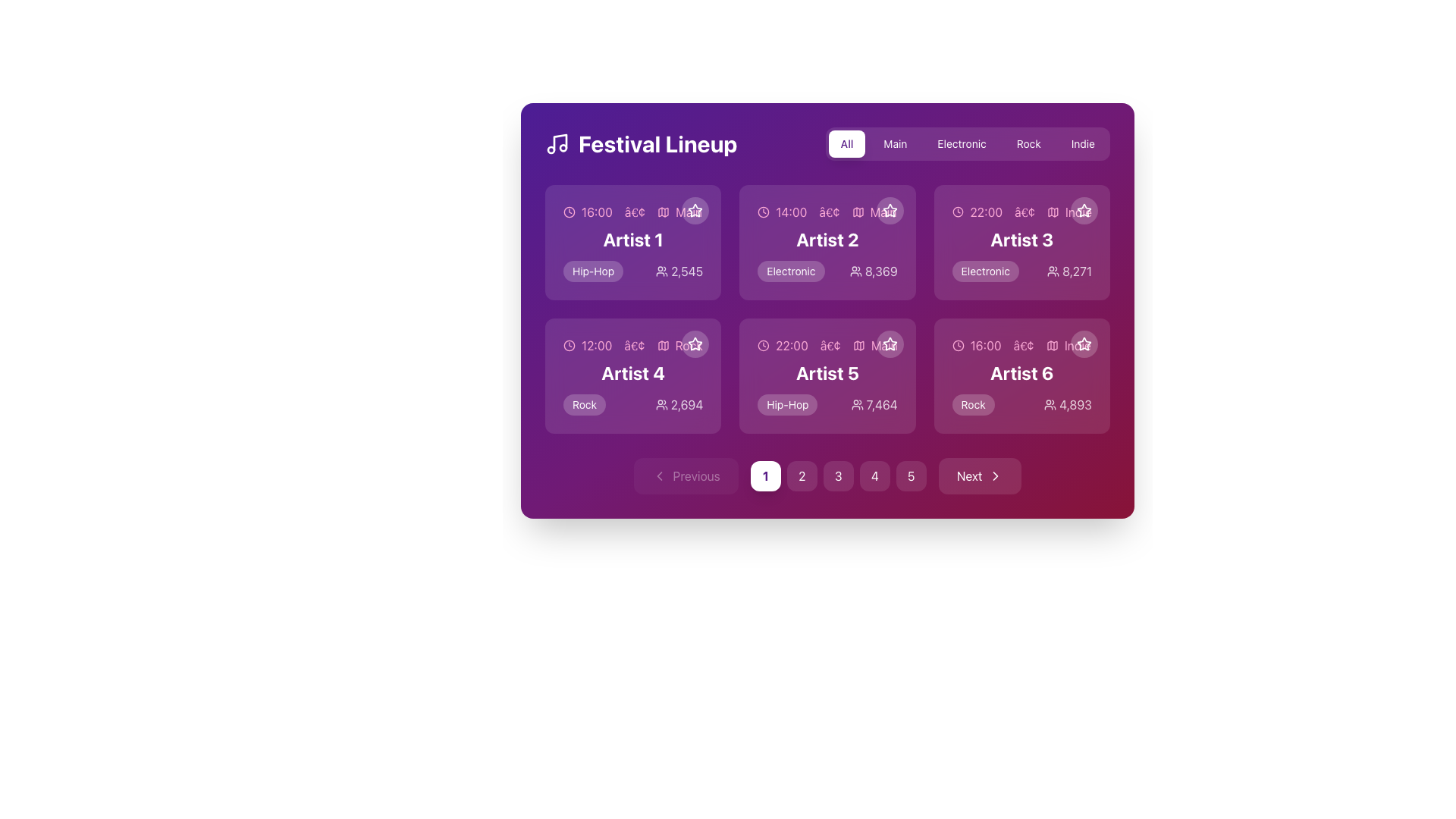 Image resolution: width=1456 pixels, height=819 pixels. I want to click on the text delimiter element that visually separates the time '22:00' and the genre label 'indie' in the artist card structure, so click(1025, 212).